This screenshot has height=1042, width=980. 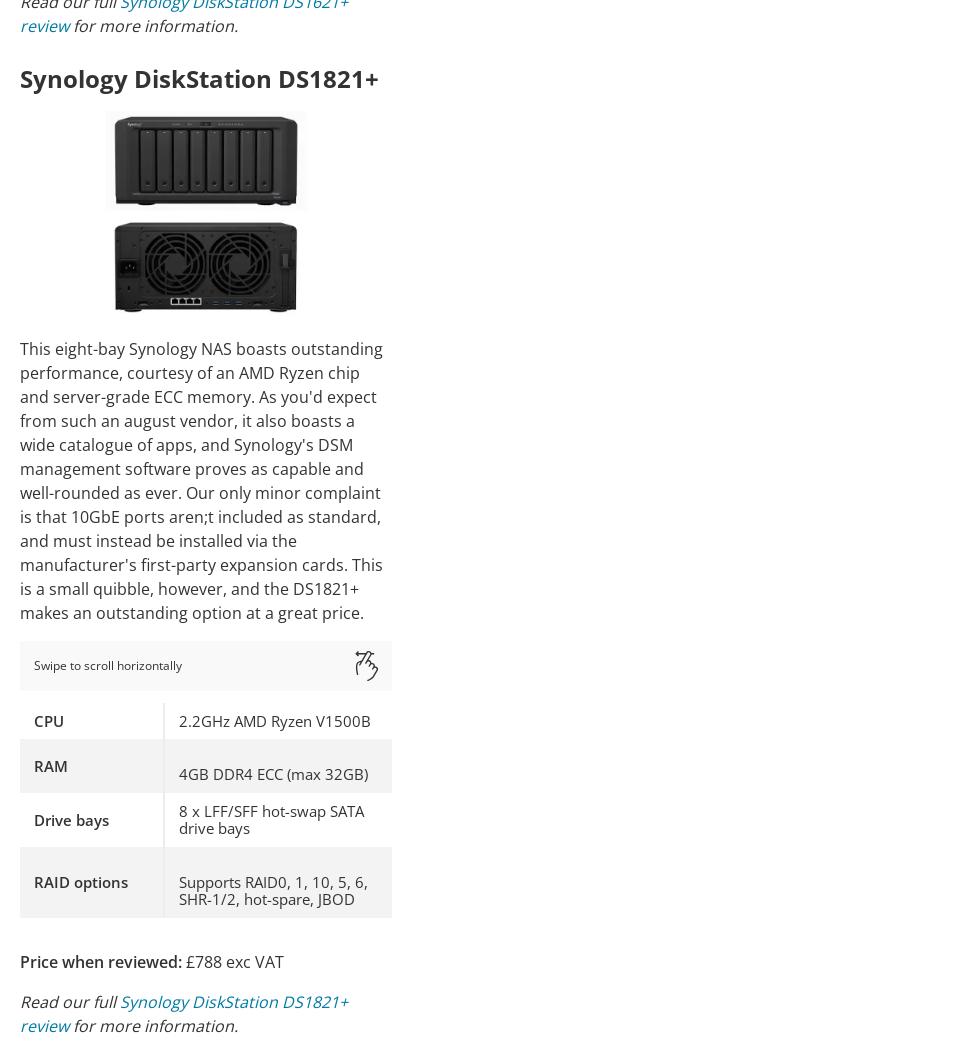 What do you see at coordinates (271, 819) in the screenshot?
I see `'8 x LFF/SFF hot-swap SATA drive bays'` at bounding box center [271, 819].